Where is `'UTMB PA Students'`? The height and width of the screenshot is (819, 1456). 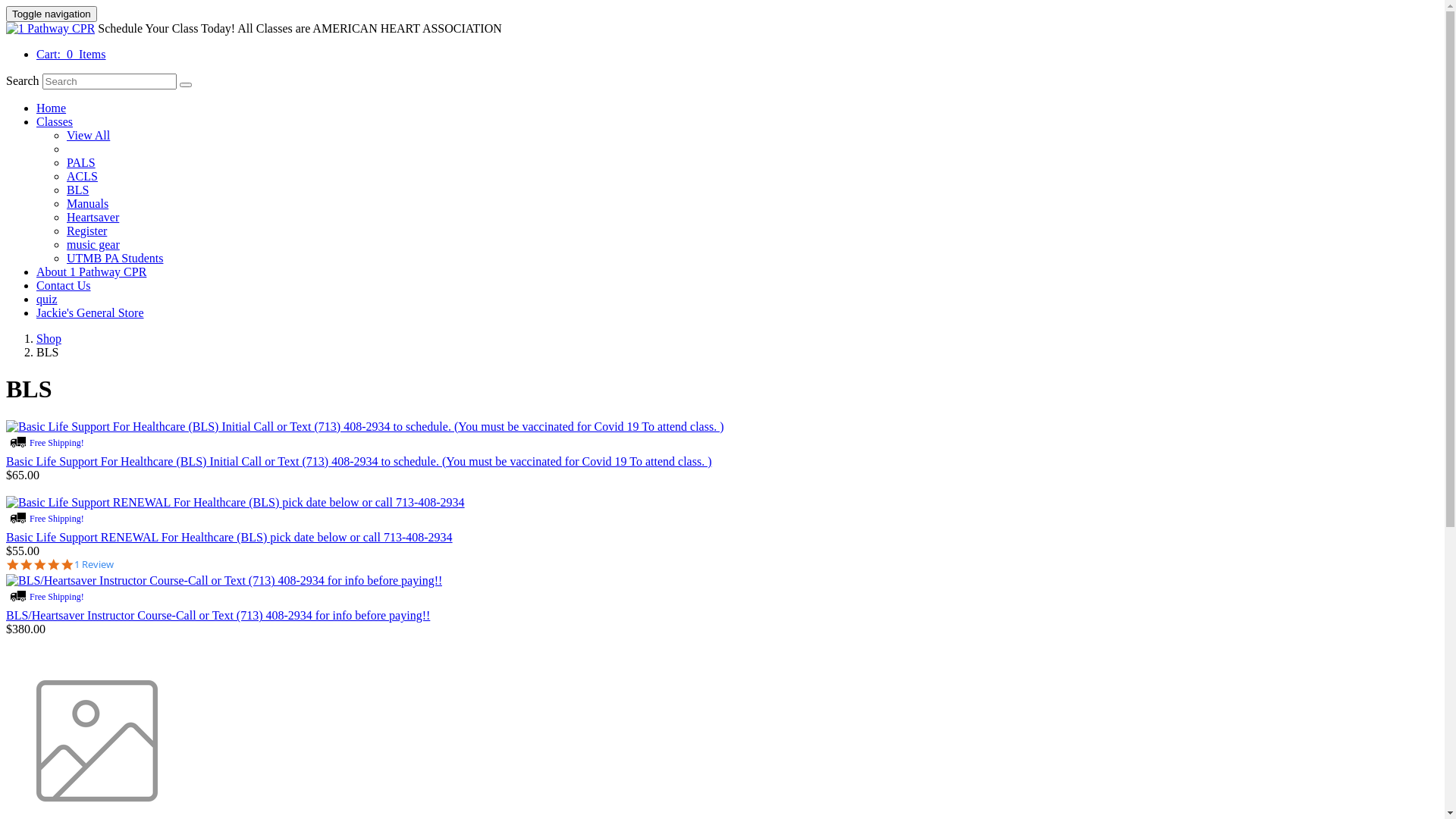
'UTMB PA Students' is located at coordinates (114, 257).